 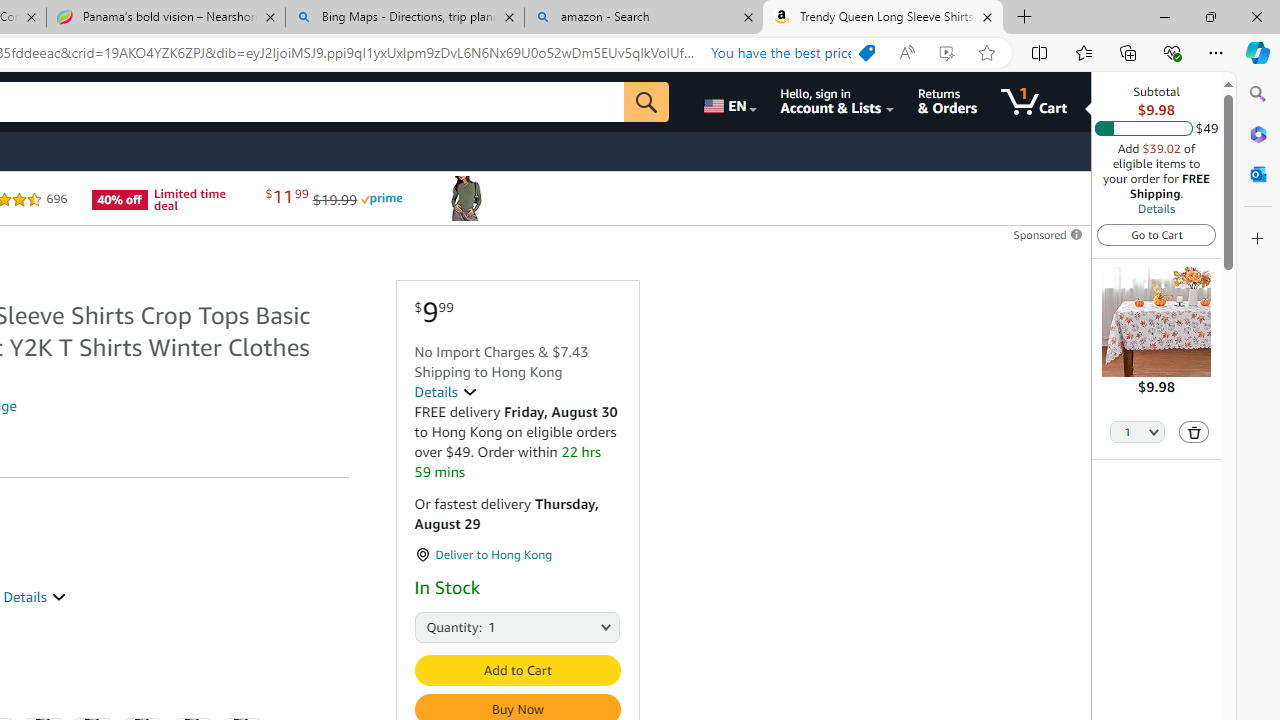 I want to click on 'amazon - Search', so click(x=643, y=17).